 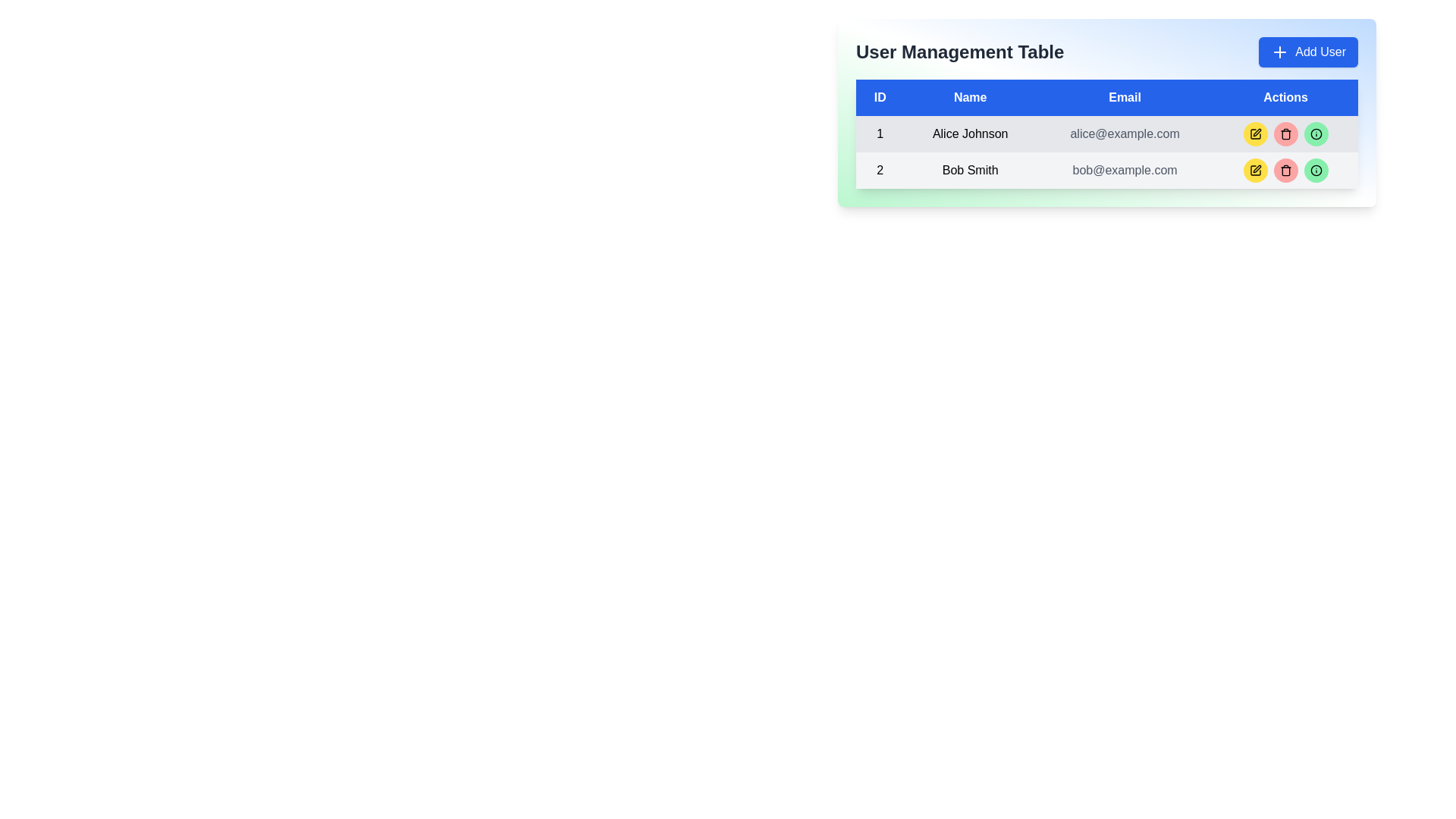 What do you see at coordinates (880, 170) in the screenshot?
I see `the Text label in the second row of the table under the 'ID' column, which serves as a unique identifier for the record` at bounding box center [880, 170].